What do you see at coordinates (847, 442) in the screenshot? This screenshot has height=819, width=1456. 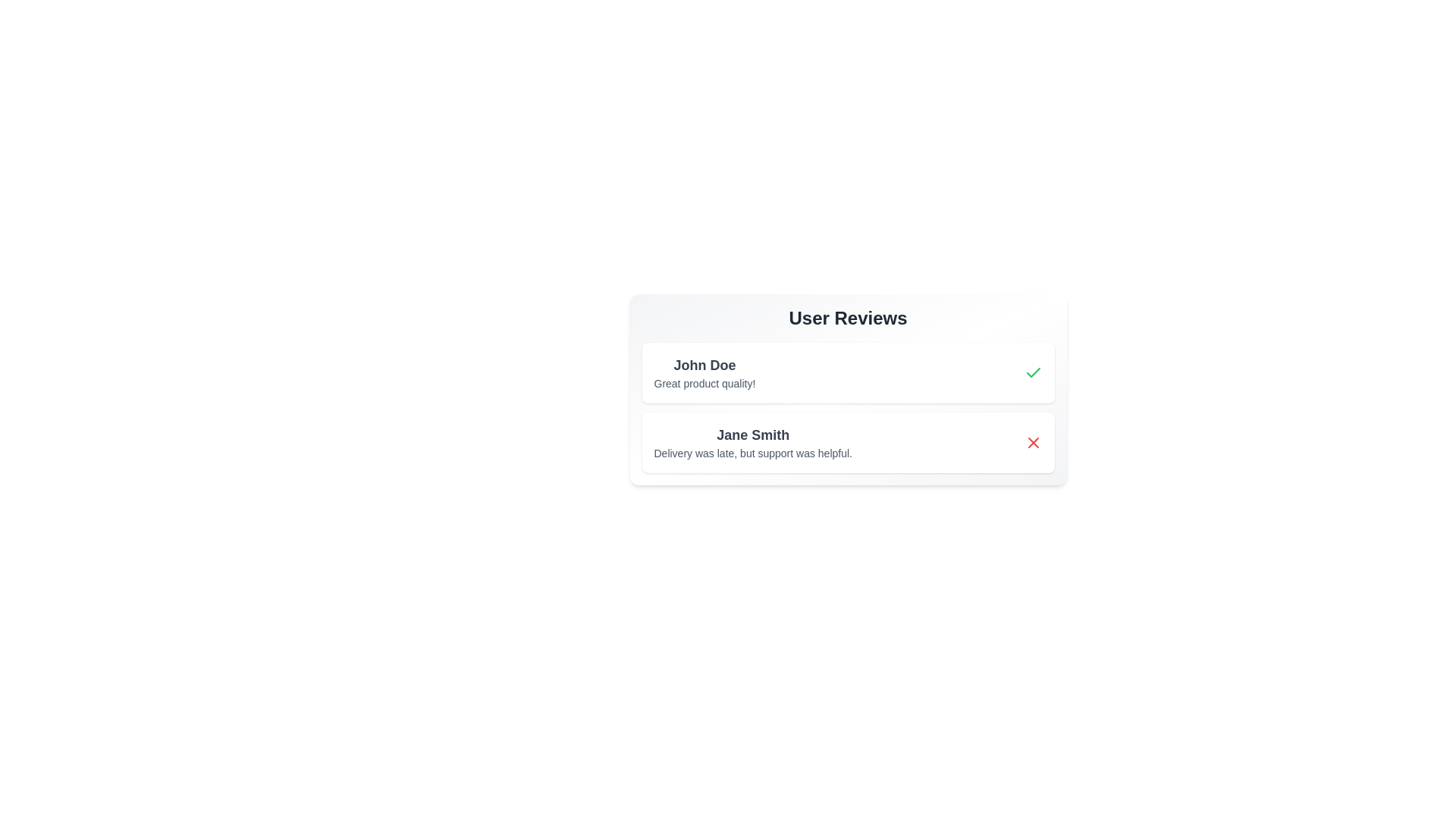 I see `user review displayed on the second review card in the 'User Reviews' section, located below the first review card titled 'John DoeGreat product quality!'` at bounding box center [847, 442].